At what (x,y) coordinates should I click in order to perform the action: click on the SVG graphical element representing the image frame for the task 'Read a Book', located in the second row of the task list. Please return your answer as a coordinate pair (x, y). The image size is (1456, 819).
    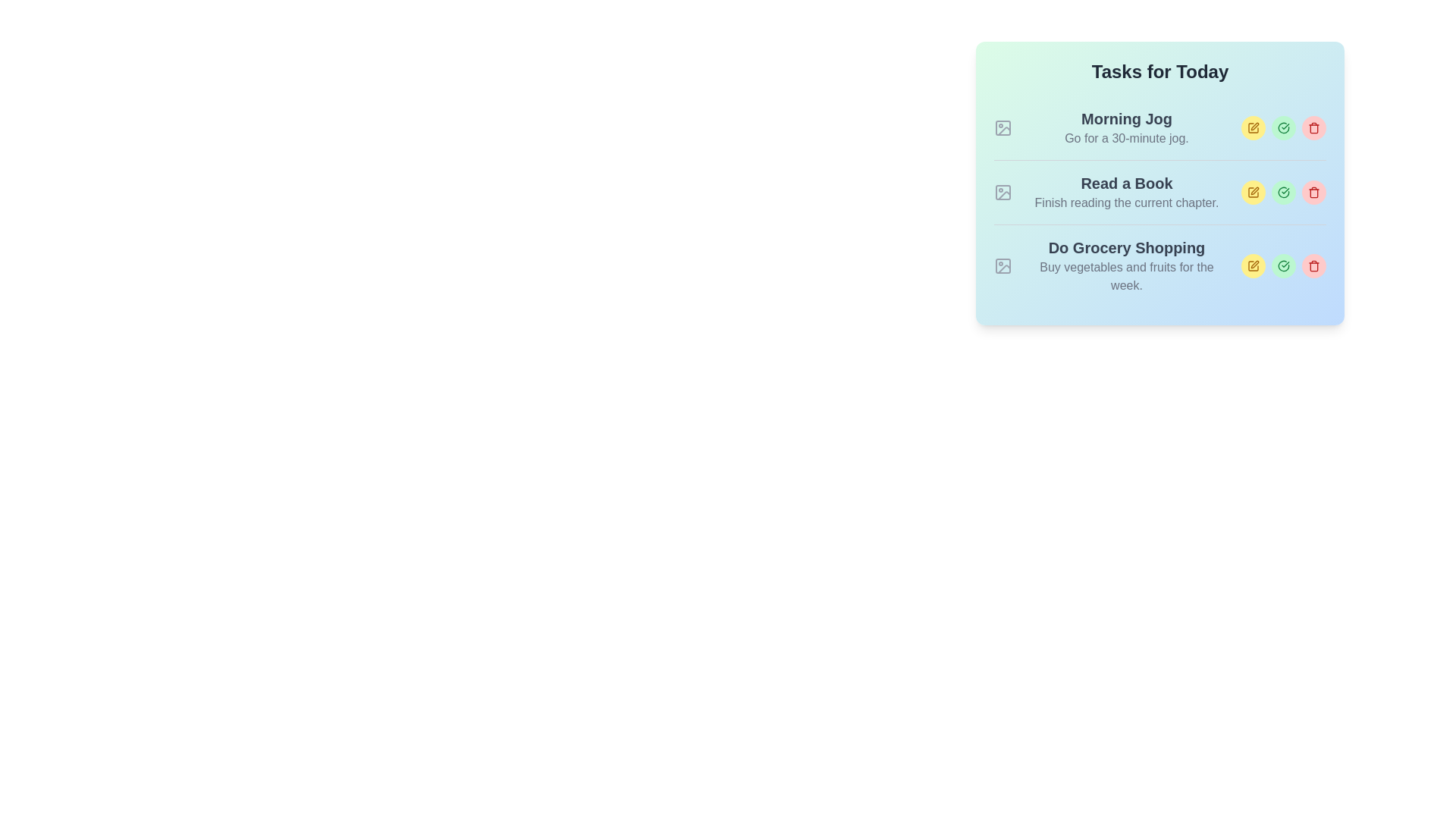
    Looking at the image, I should click on (1003, 192).